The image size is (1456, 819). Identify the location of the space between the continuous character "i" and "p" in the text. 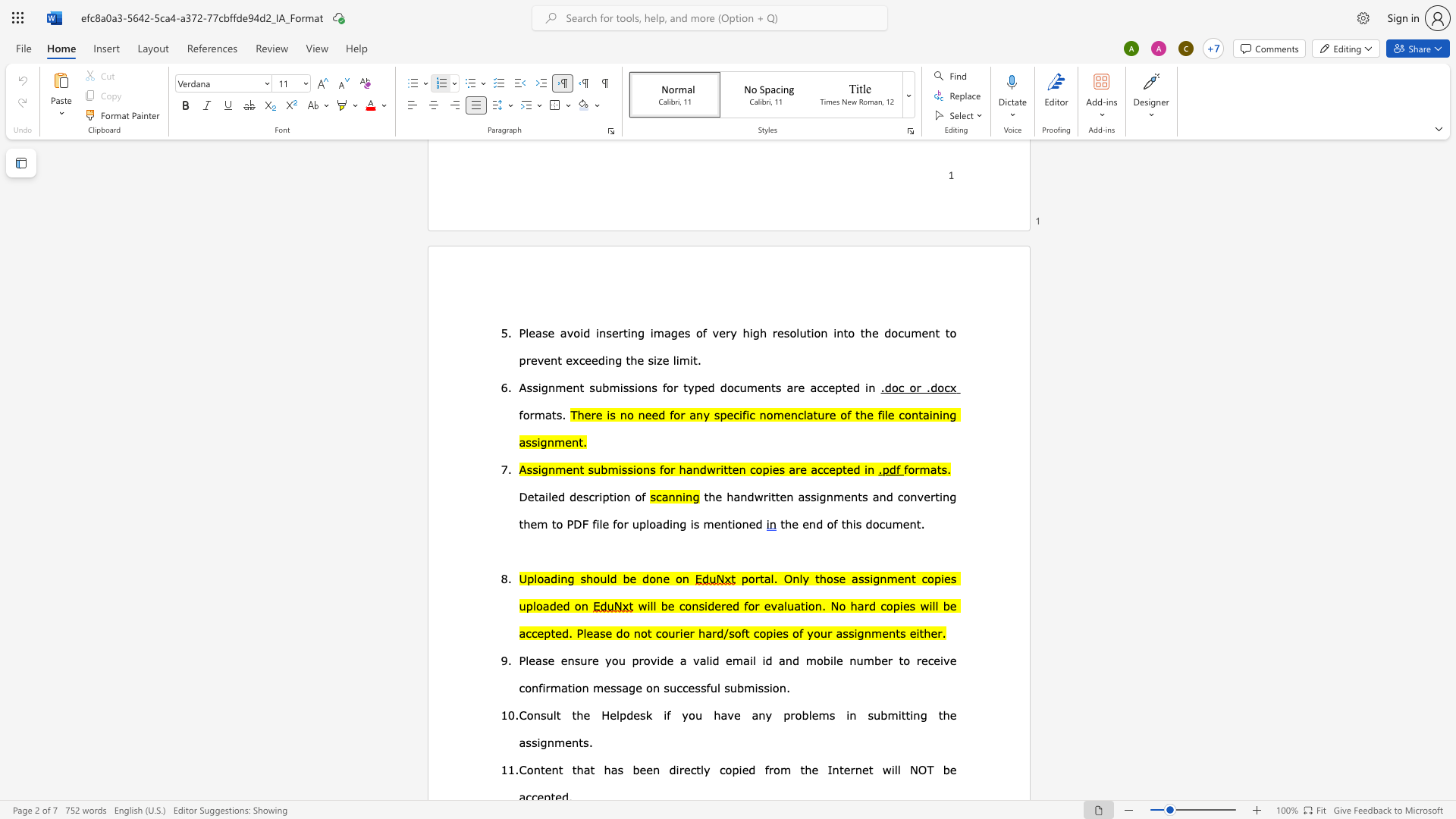
(602, 497).